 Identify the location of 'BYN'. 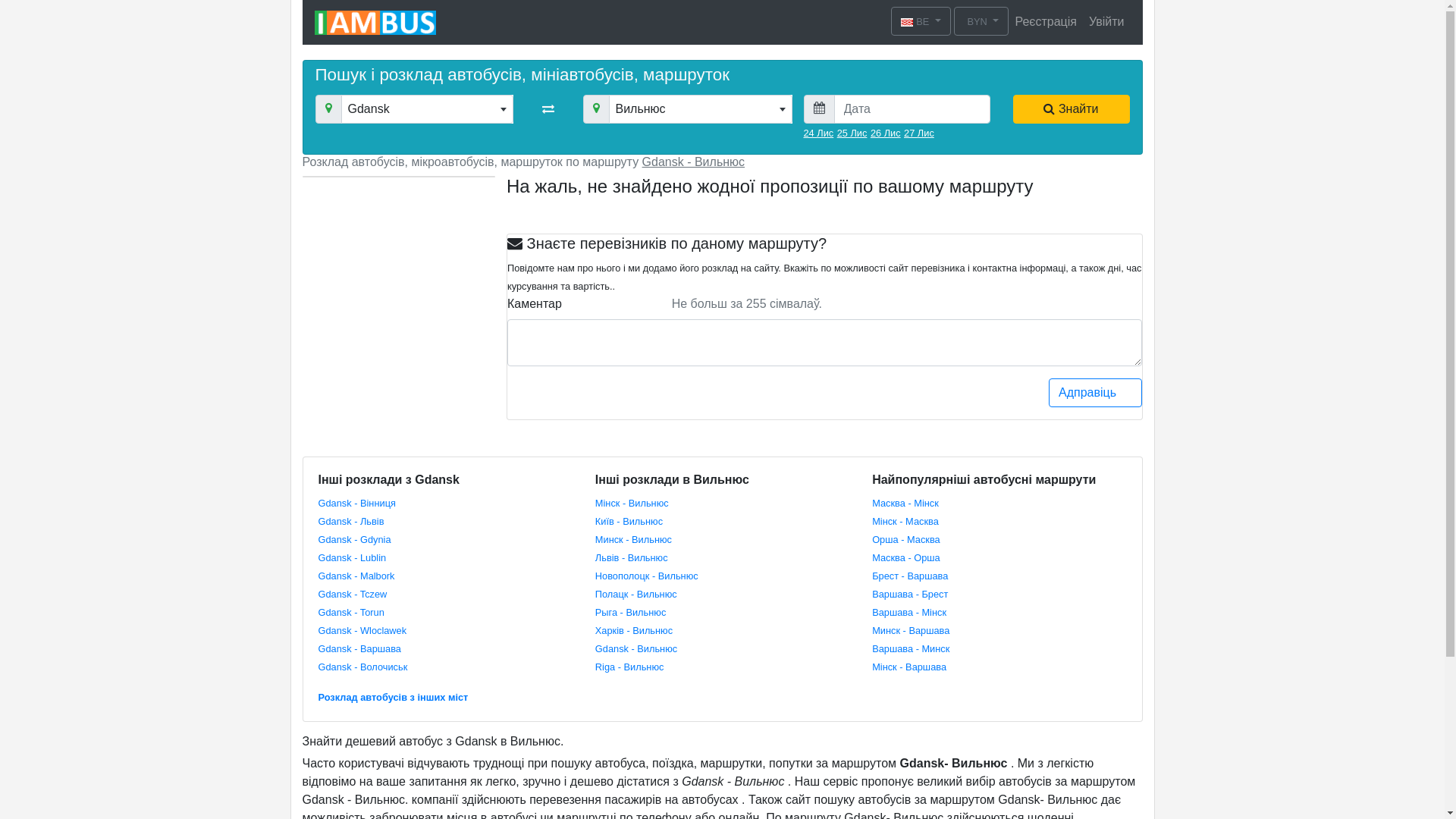
(981, 20).